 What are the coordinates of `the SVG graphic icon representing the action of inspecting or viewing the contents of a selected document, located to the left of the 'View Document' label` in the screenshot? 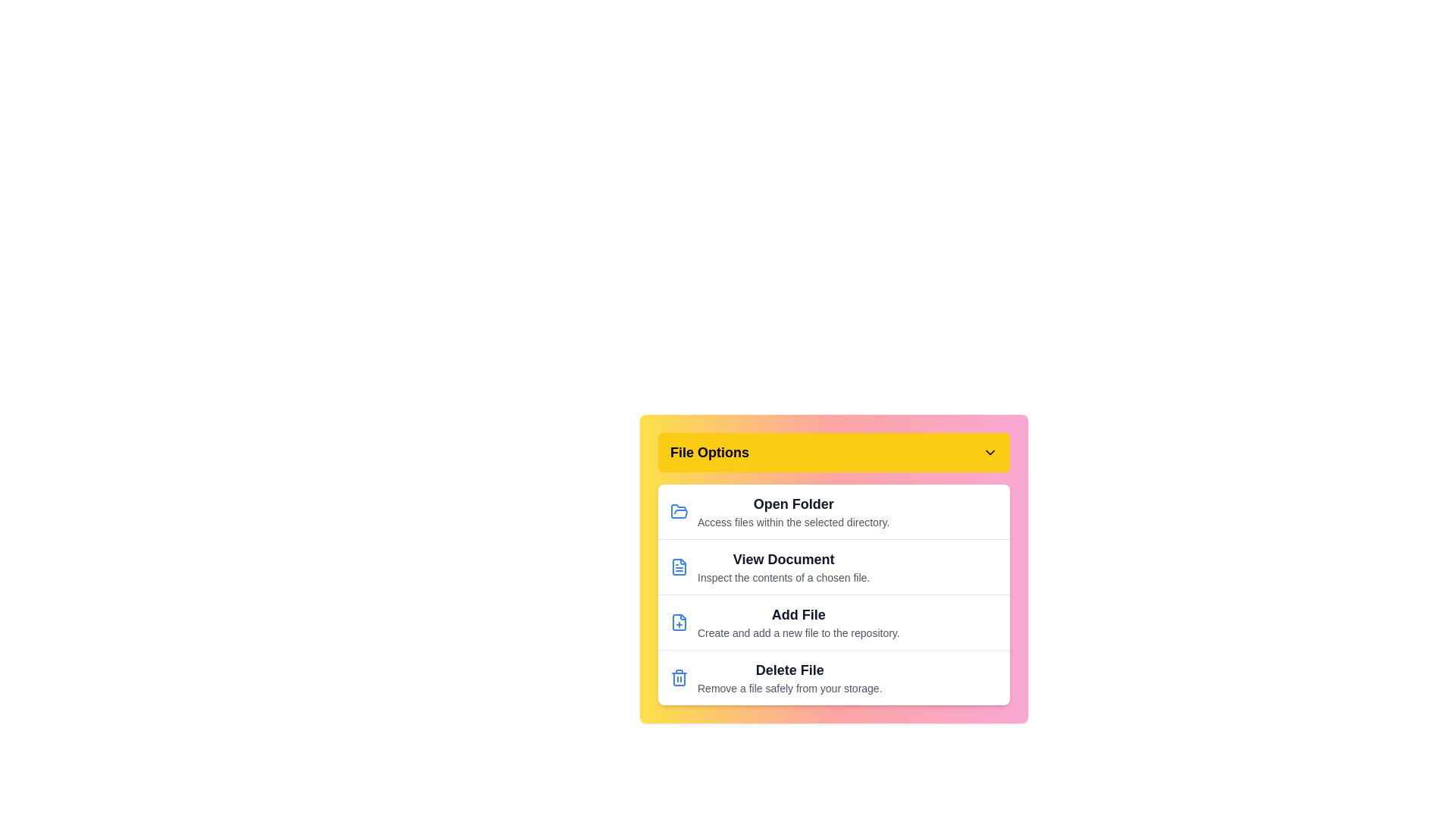 It's located at (679, 567).